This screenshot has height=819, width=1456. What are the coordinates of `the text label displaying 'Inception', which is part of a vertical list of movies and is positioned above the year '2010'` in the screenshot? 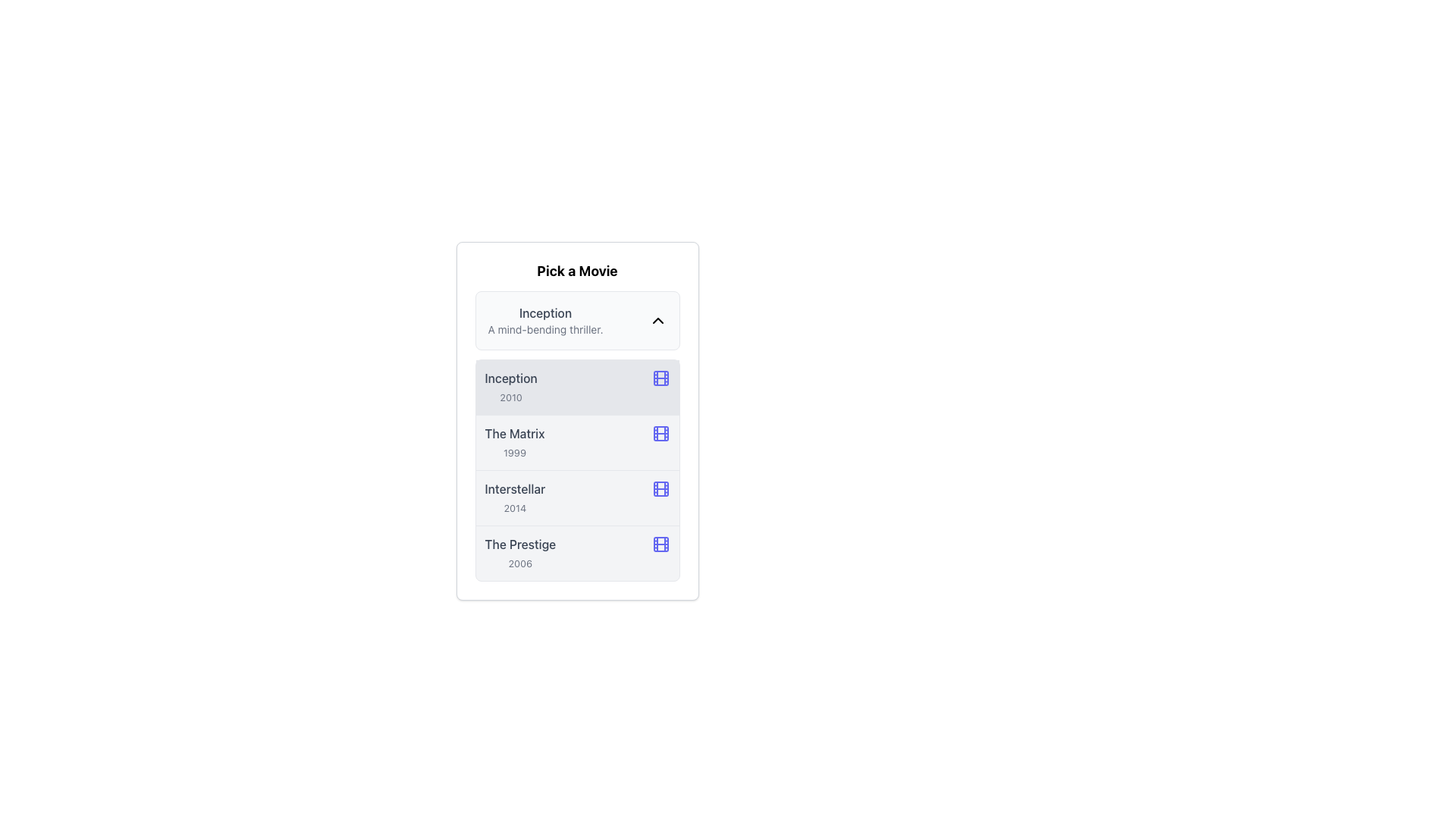 It's located at (511, 377).